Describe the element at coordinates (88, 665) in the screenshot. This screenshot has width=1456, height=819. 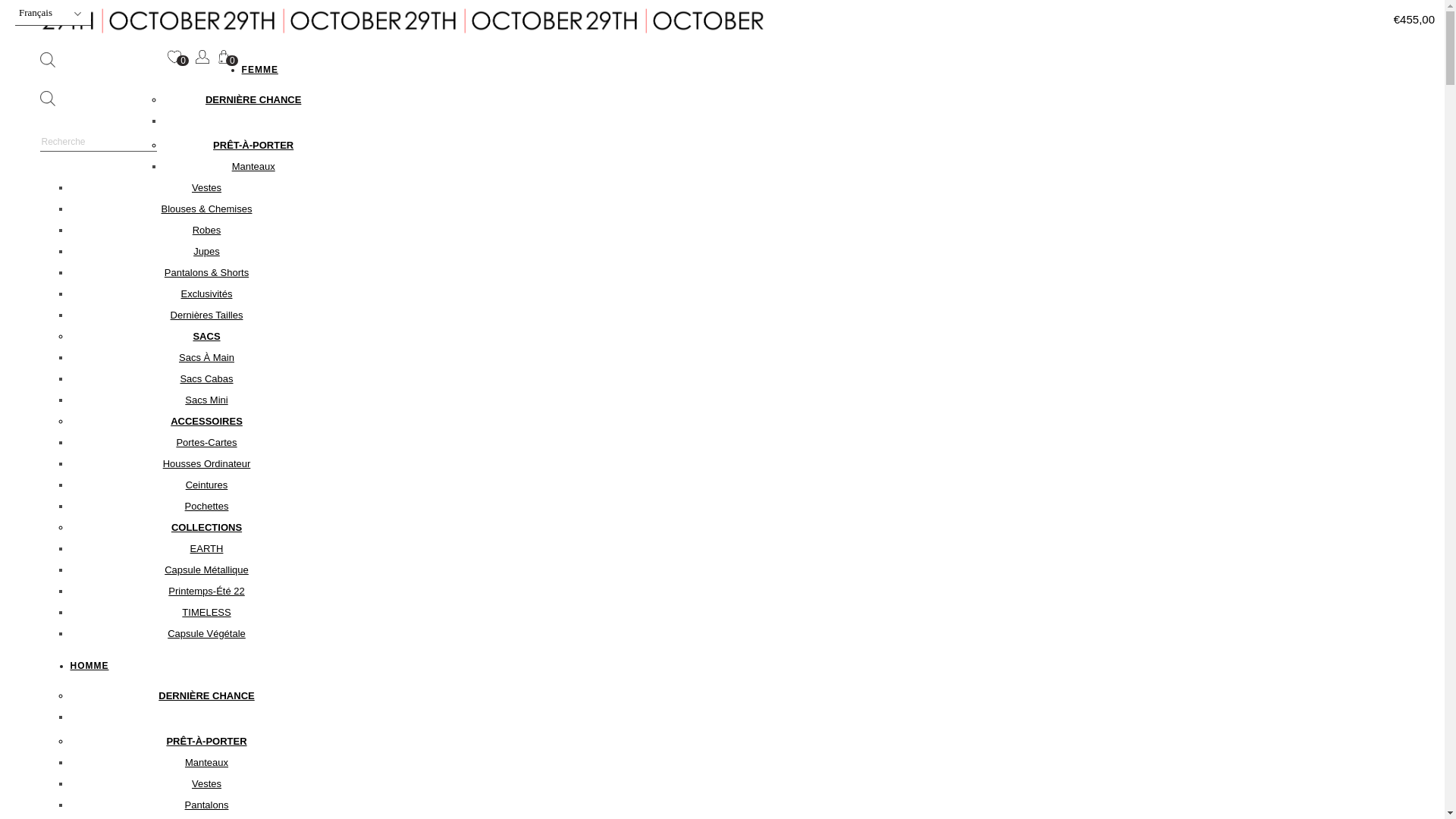
I see `'HOMME'` at that location.